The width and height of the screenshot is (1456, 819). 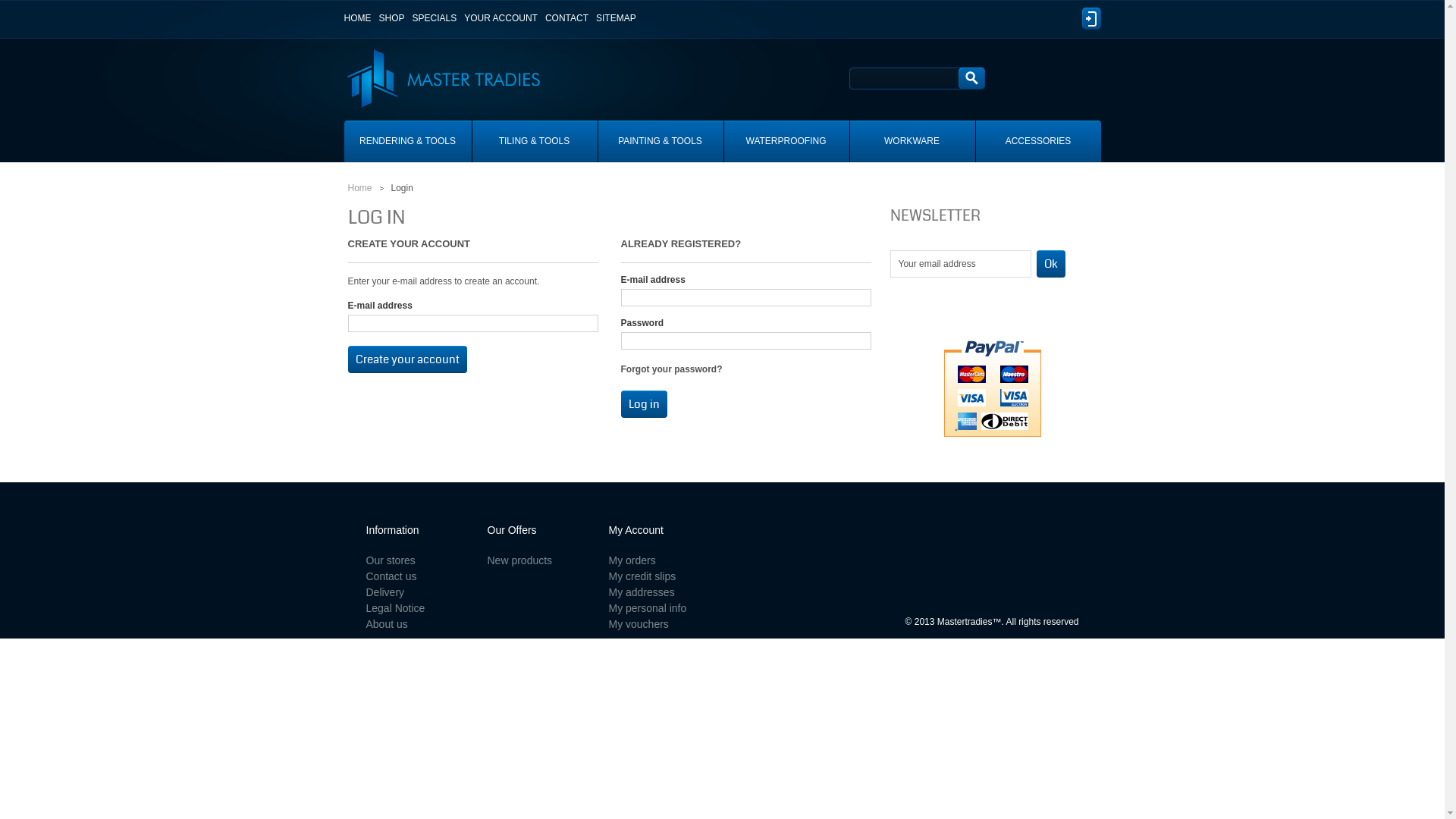 I want to click on 'CONTACT', so click(x=566, y=17).